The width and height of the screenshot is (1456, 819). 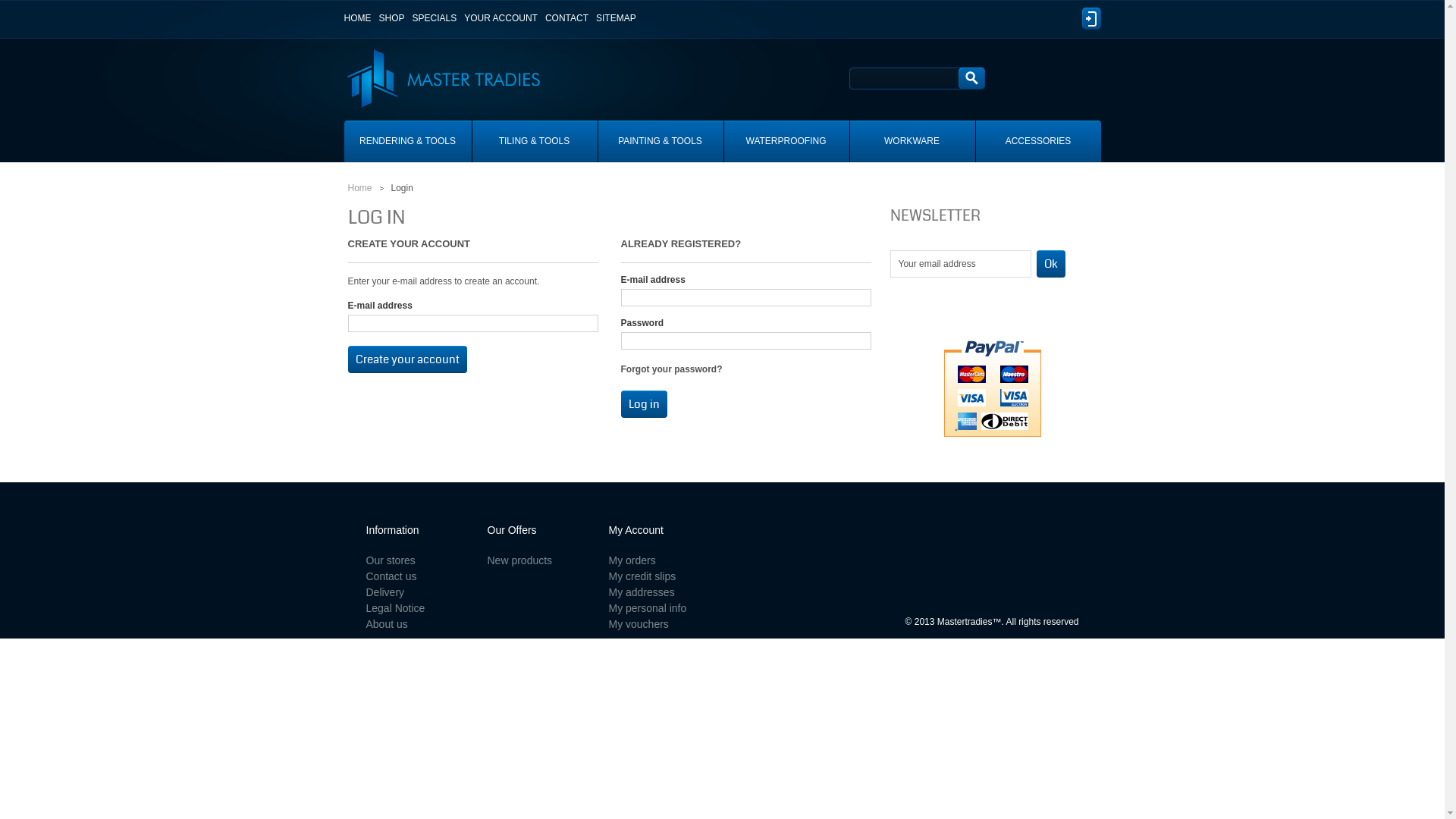 I want to click on 'CONTACT', so click(x=566, y=17).